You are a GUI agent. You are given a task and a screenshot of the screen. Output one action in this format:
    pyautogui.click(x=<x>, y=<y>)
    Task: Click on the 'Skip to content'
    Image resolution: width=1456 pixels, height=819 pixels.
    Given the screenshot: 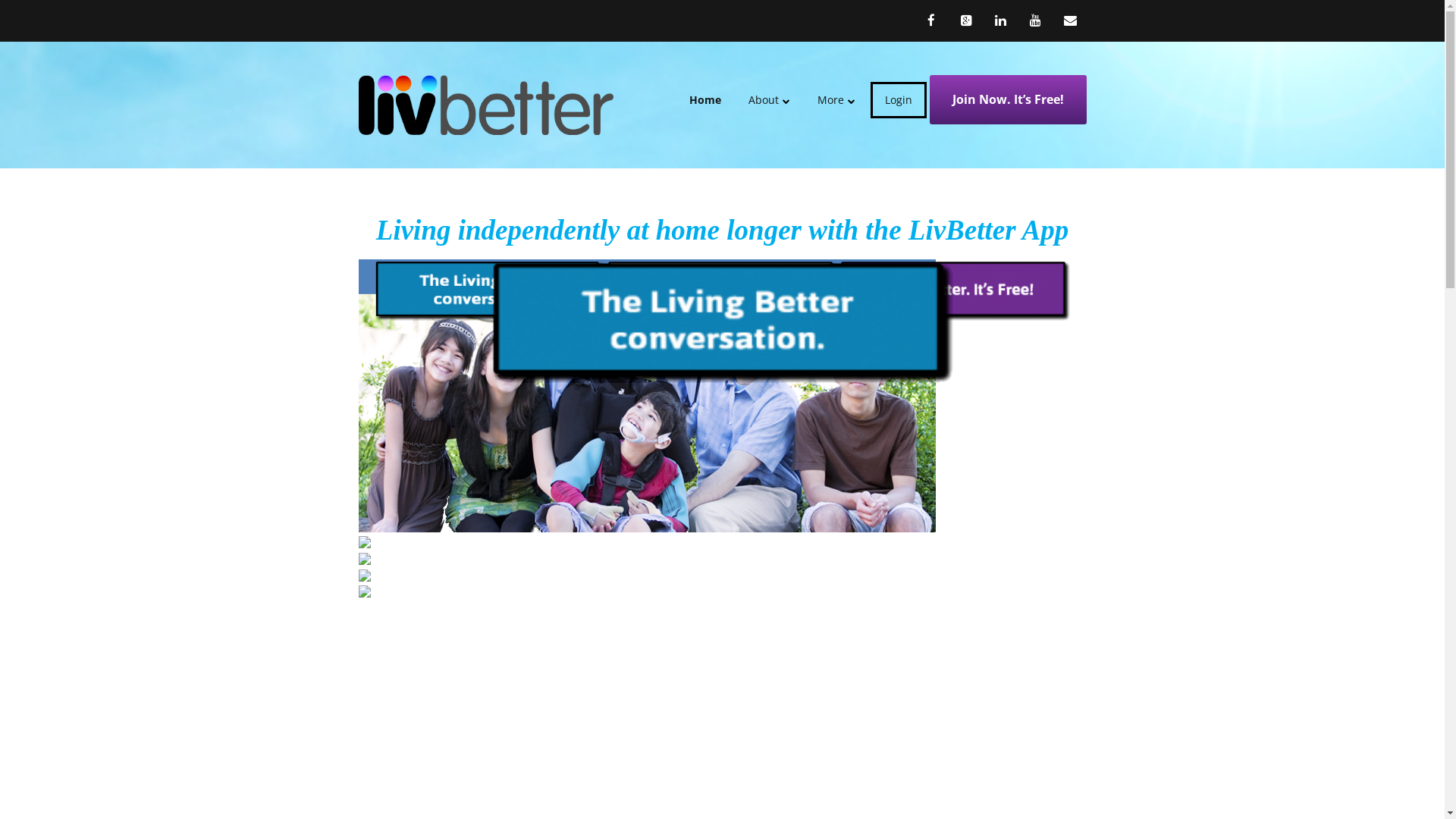 What is the action you would take?
    pyautogui.click(x=356, y=9)
    